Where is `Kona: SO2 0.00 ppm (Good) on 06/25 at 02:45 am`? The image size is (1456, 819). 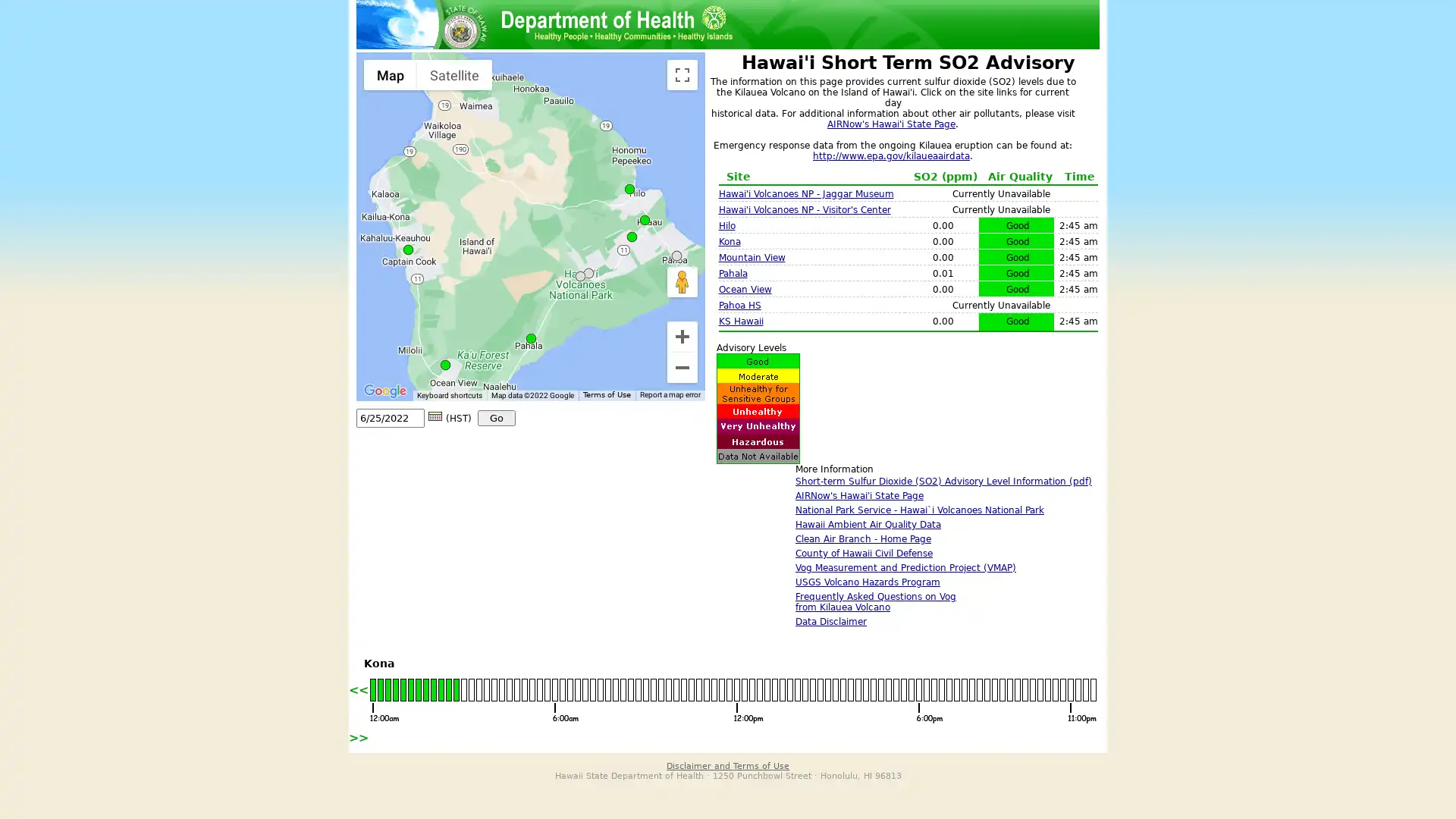
Kona: SO2 0.00 ppm (Good) on 06/25 at 02:45 am is located at coordinates (408, 249).